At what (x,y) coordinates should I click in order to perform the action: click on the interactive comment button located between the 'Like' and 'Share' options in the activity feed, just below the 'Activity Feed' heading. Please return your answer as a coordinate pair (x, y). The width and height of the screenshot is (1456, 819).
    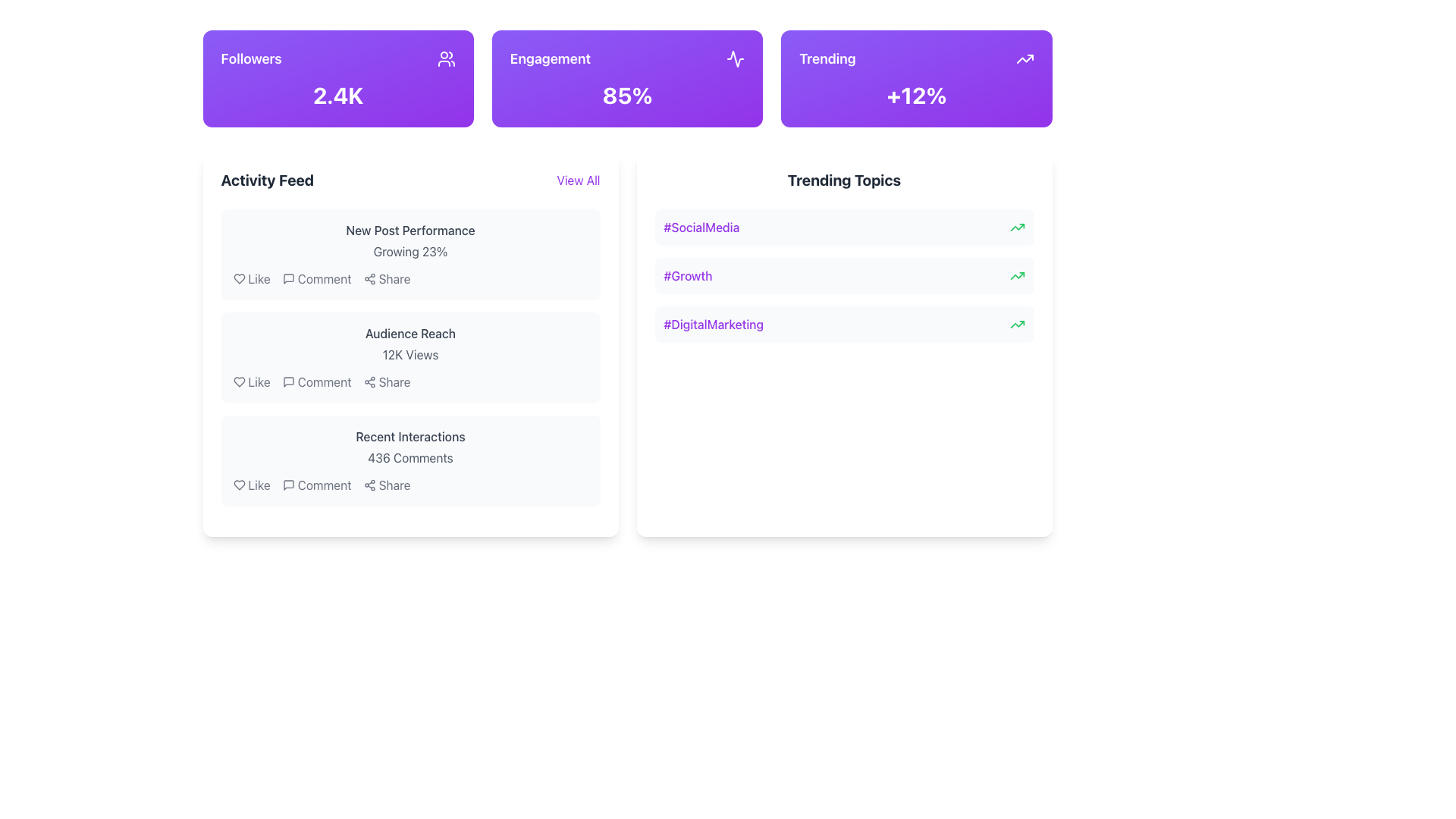
    Looking at the image, I should click on (316, 278).